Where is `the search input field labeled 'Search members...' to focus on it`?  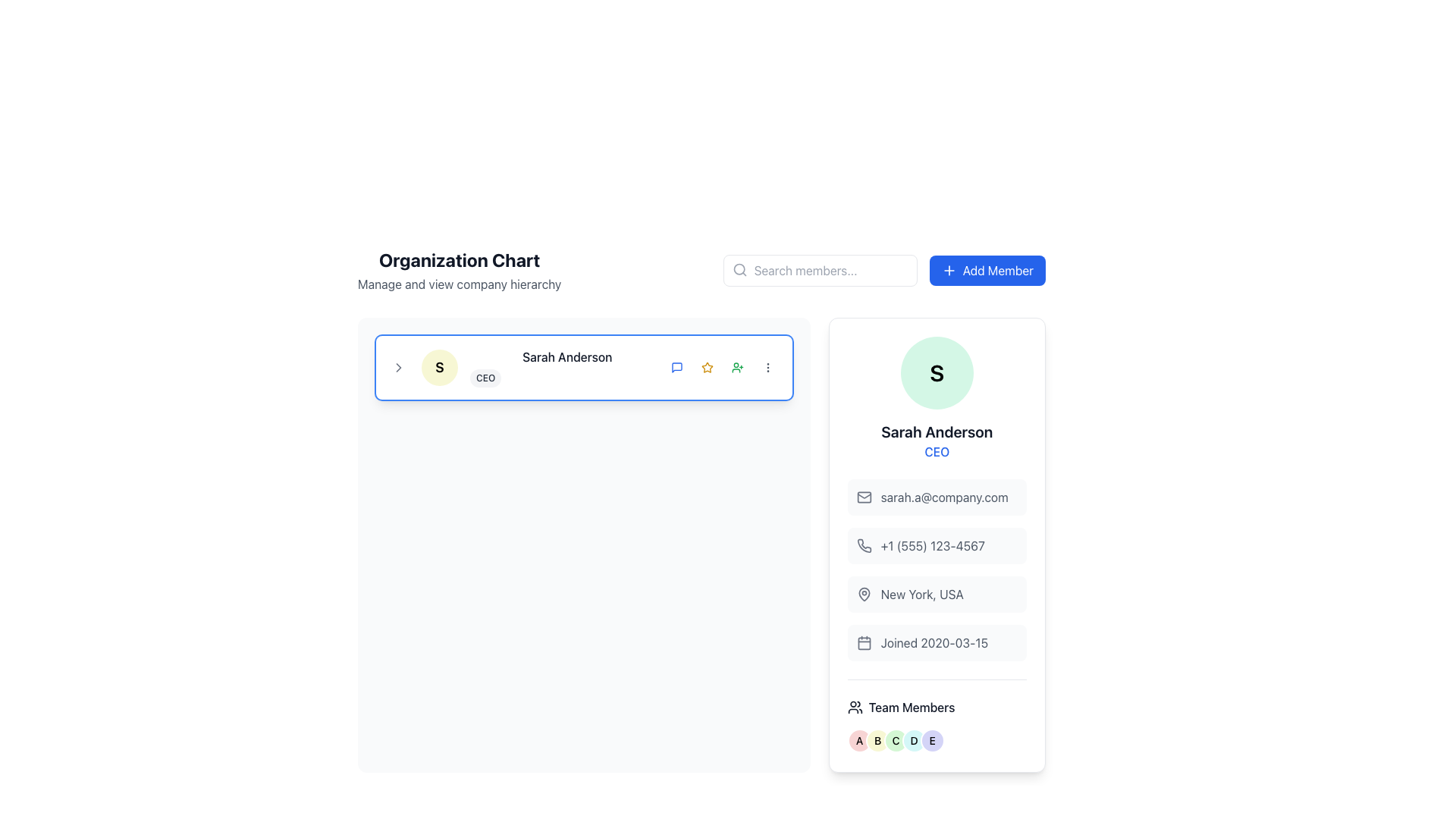 the search input field labeled 'Search members...' to focus on it is located at coordinates (819, 270).